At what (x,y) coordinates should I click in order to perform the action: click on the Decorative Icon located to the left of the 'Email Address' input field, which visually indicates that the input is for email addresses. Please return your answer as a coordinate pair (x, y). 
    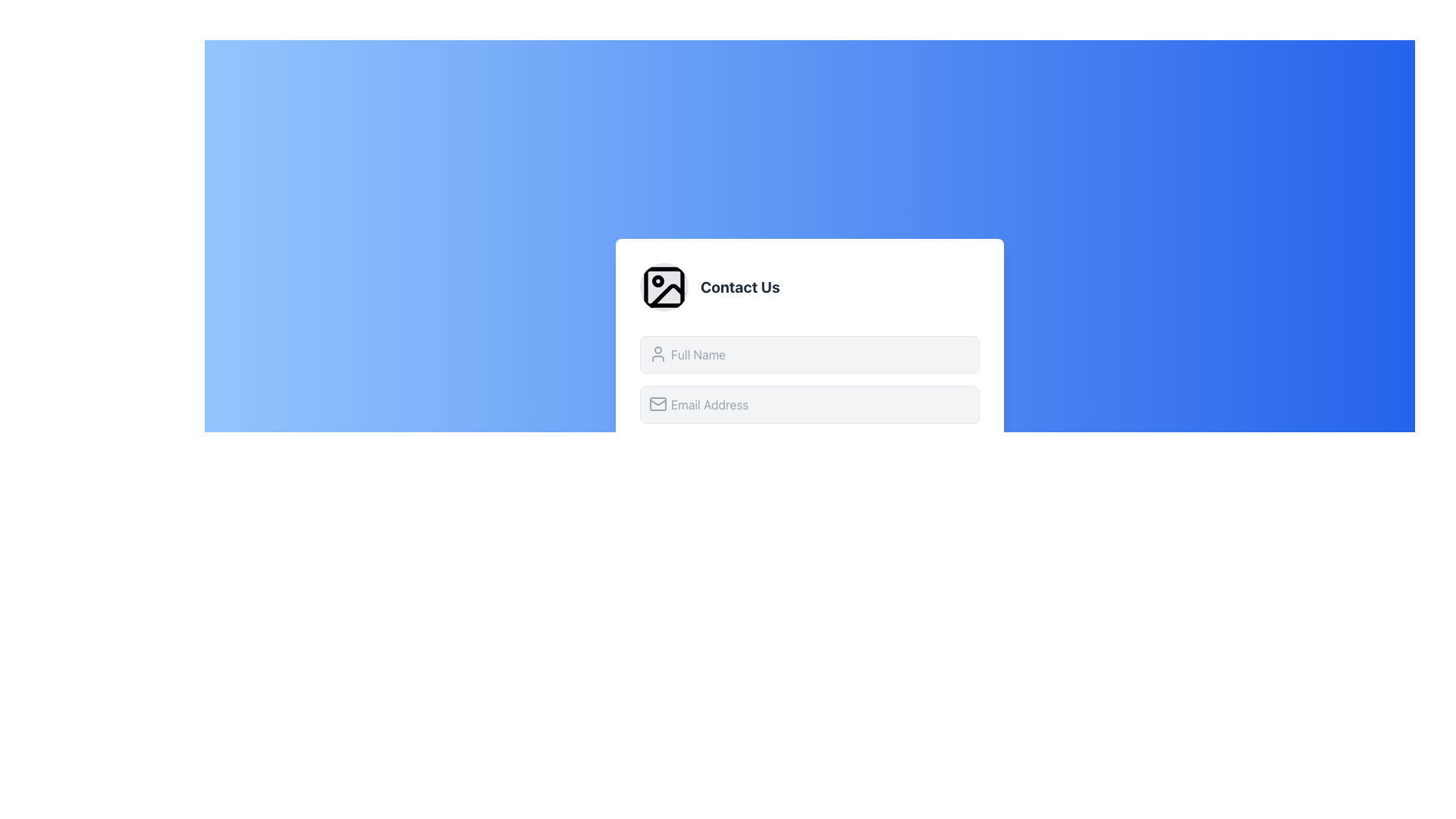
    Looking at the image, I should click on (658, 403).